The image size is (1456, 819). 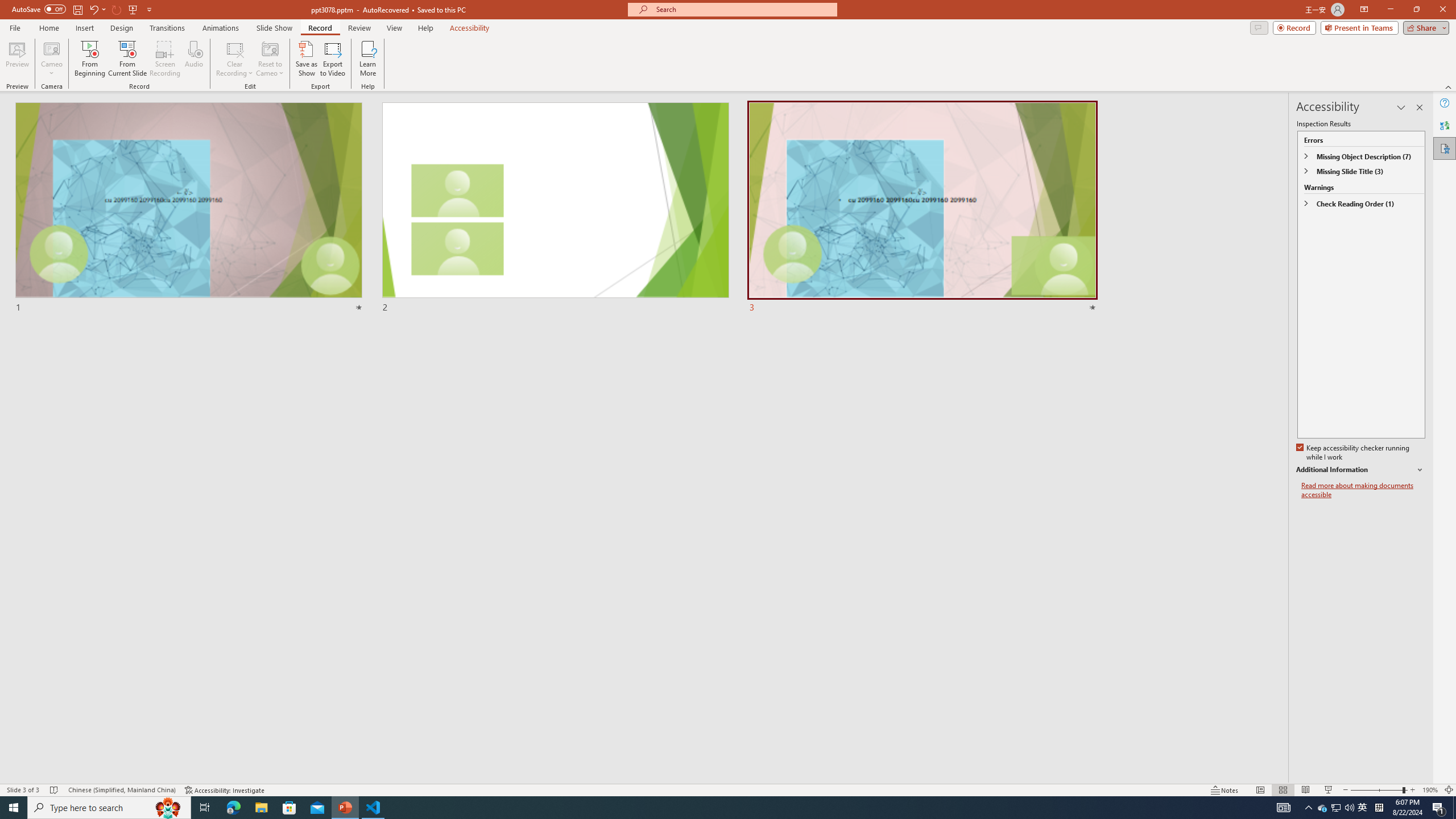 I want to click on 'Additional Information', so click(x=1360, y=470).